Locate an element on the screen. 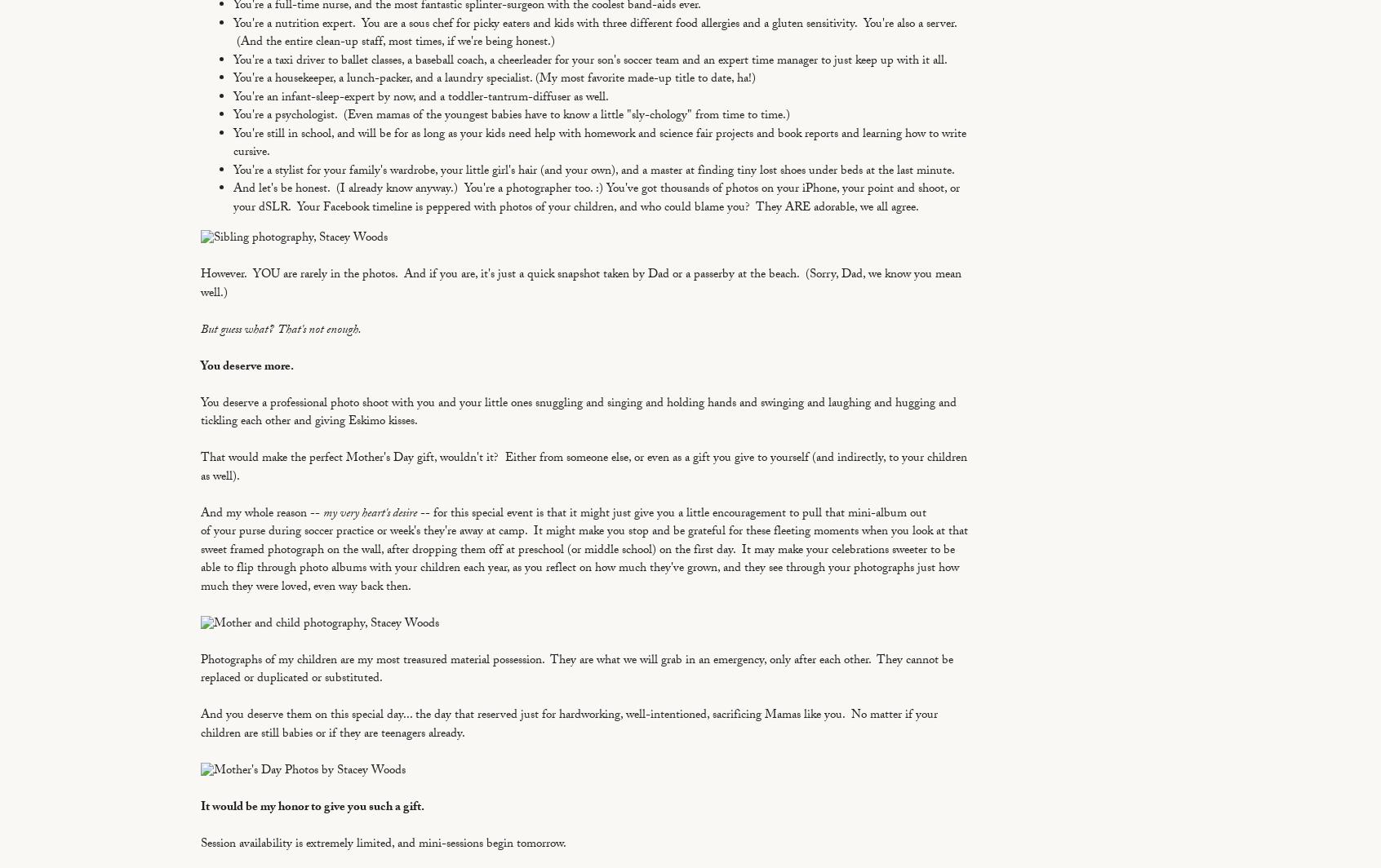  'Photographs of my children are my most treasured material possession.  They are what we will grab in an emergency, only after each other.  They cannot be replaced or duplicated or substituted.' is located at coordinates (575, 670).